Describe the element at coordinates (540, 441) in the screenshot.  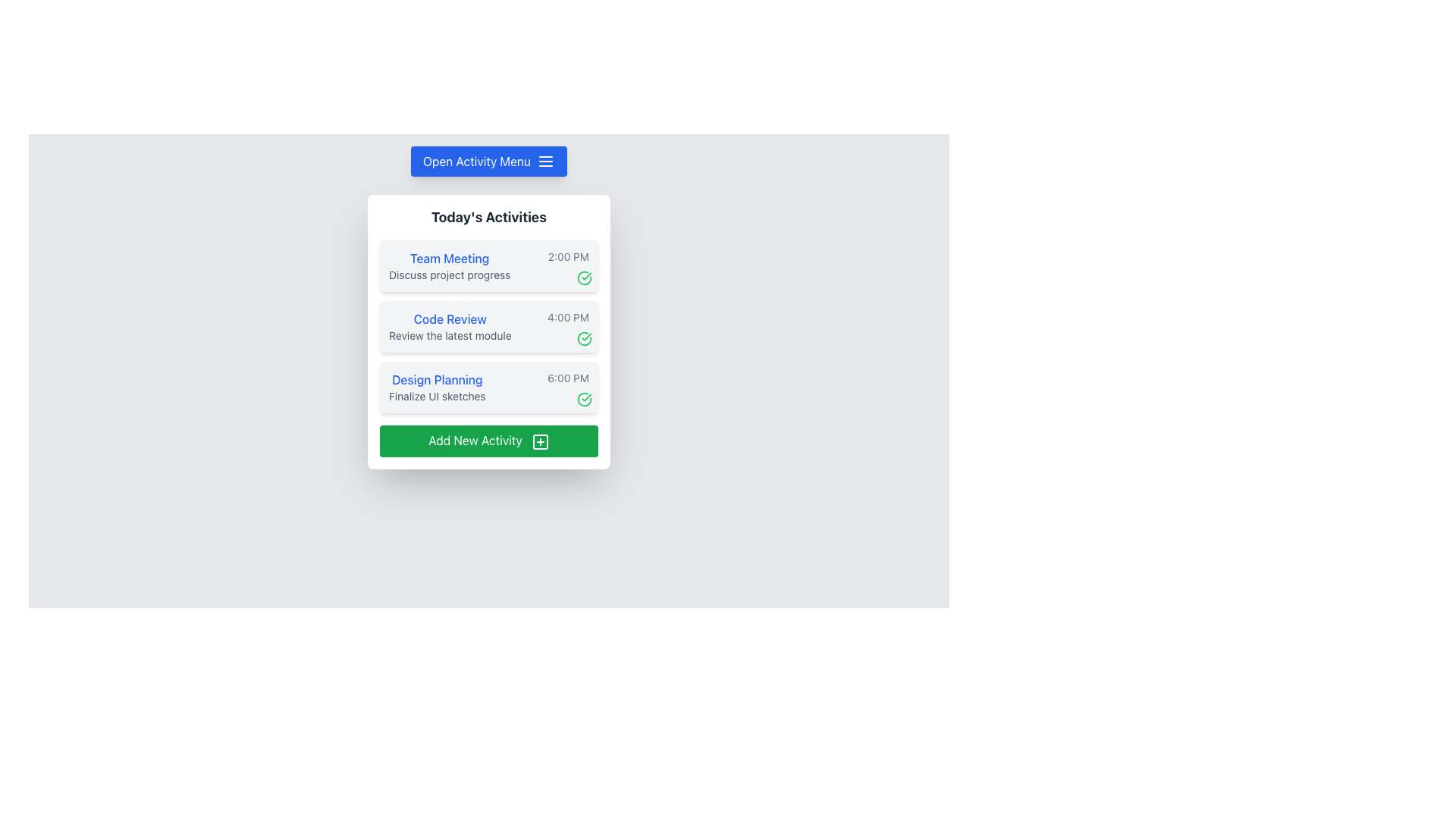
I see `the icon indicating the action to add a new activity, located on the right side of the 'Add New Activity' button at the bottom of the white card` at that location.